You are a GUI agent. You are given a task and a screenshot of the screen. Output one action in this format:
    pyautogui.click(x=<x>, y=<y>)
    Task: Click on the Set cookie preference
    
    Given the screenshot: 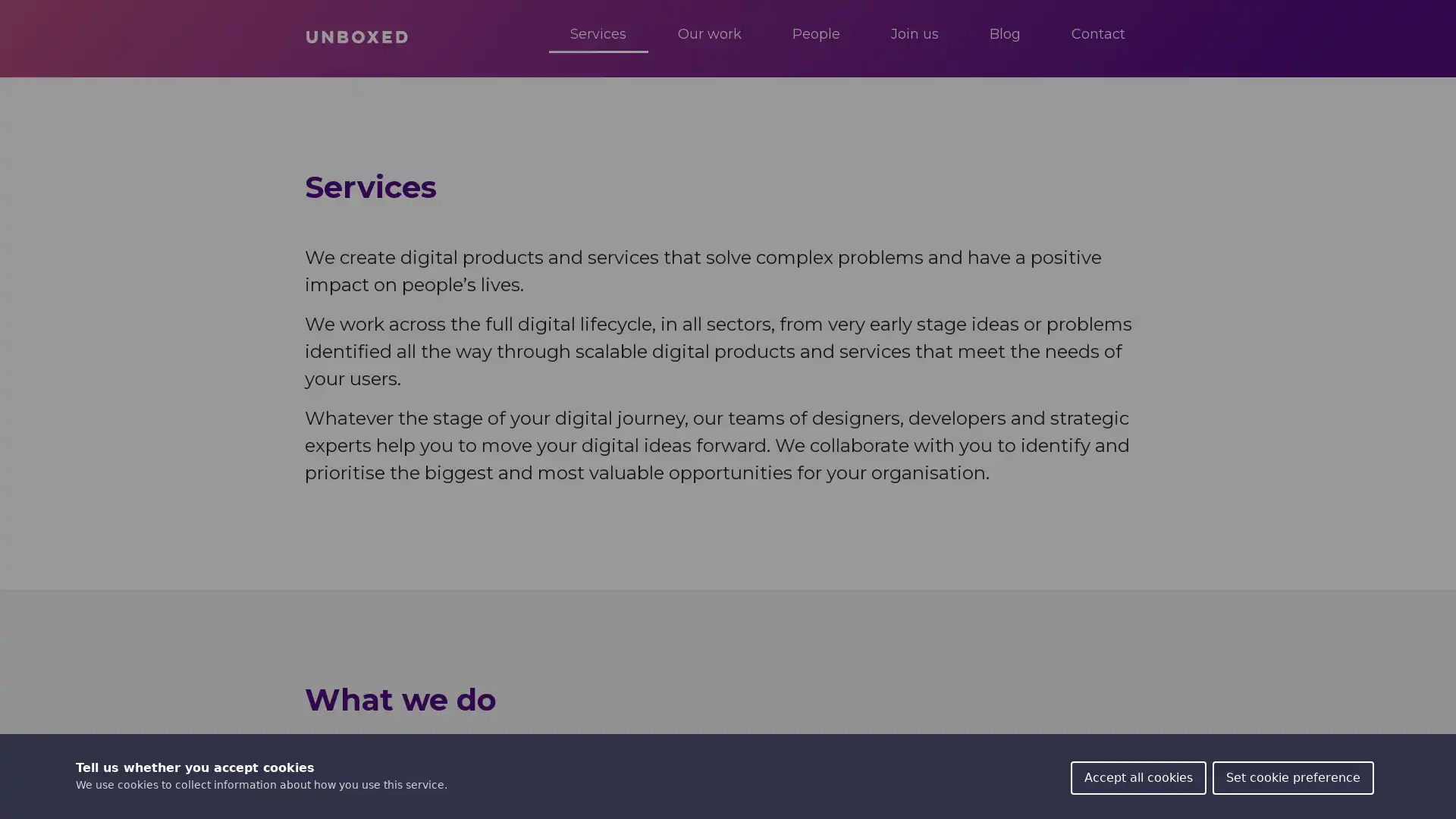 What is the action you would take?
    pyautogui.click(x=1292, y=778)
    